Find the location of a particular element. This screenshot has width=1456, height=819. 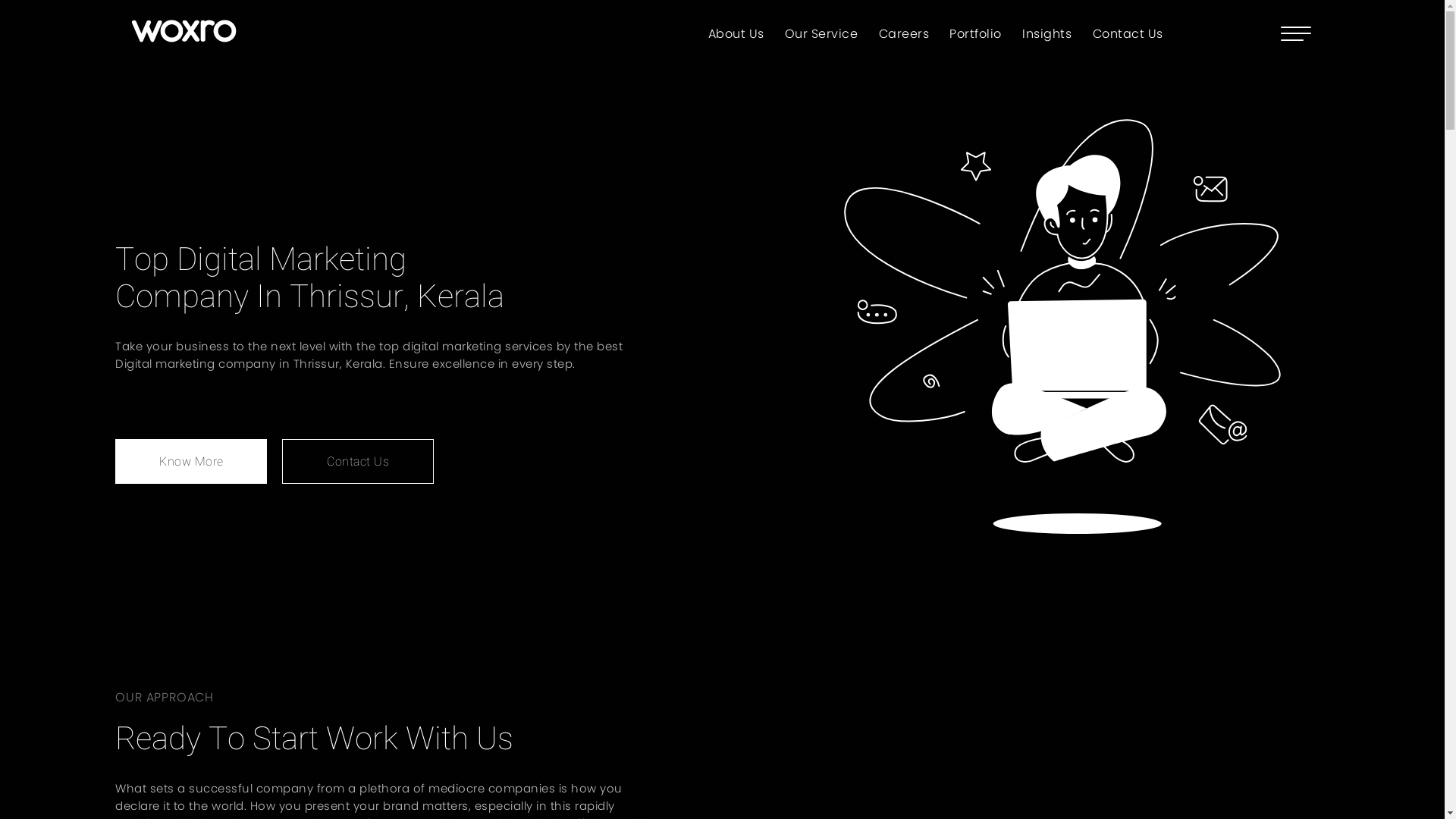

'About Us' is located at coordinates (736, 33).